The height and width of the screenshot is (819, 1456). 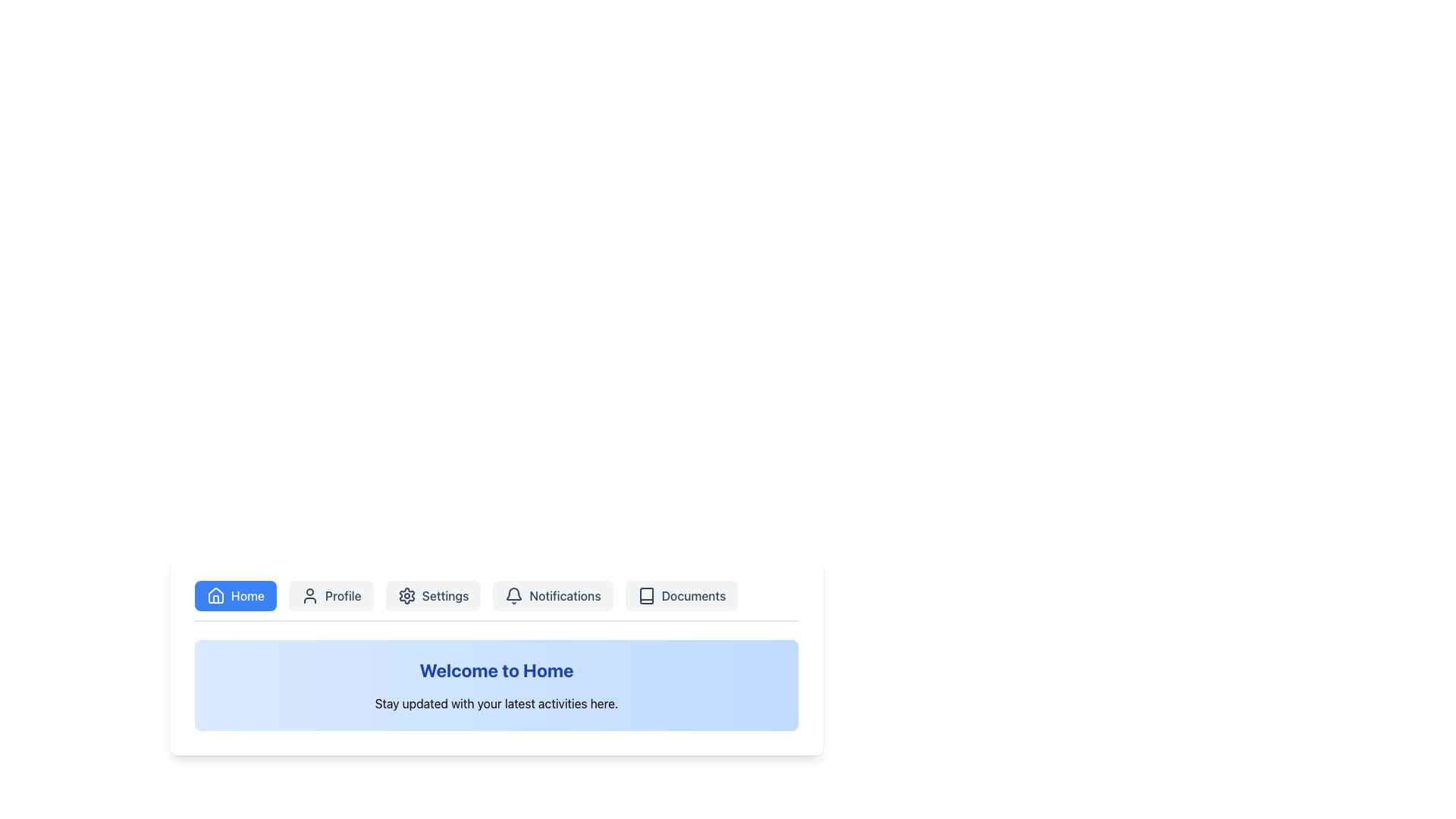 What do you see at coordinates (646, 595) in the screenshot?
I see `the SVG Icon (Book Illustration) representing the 'Documents' feature located inside the 'Documents' button on the top navigation bar` at bounding box center [646, 595].